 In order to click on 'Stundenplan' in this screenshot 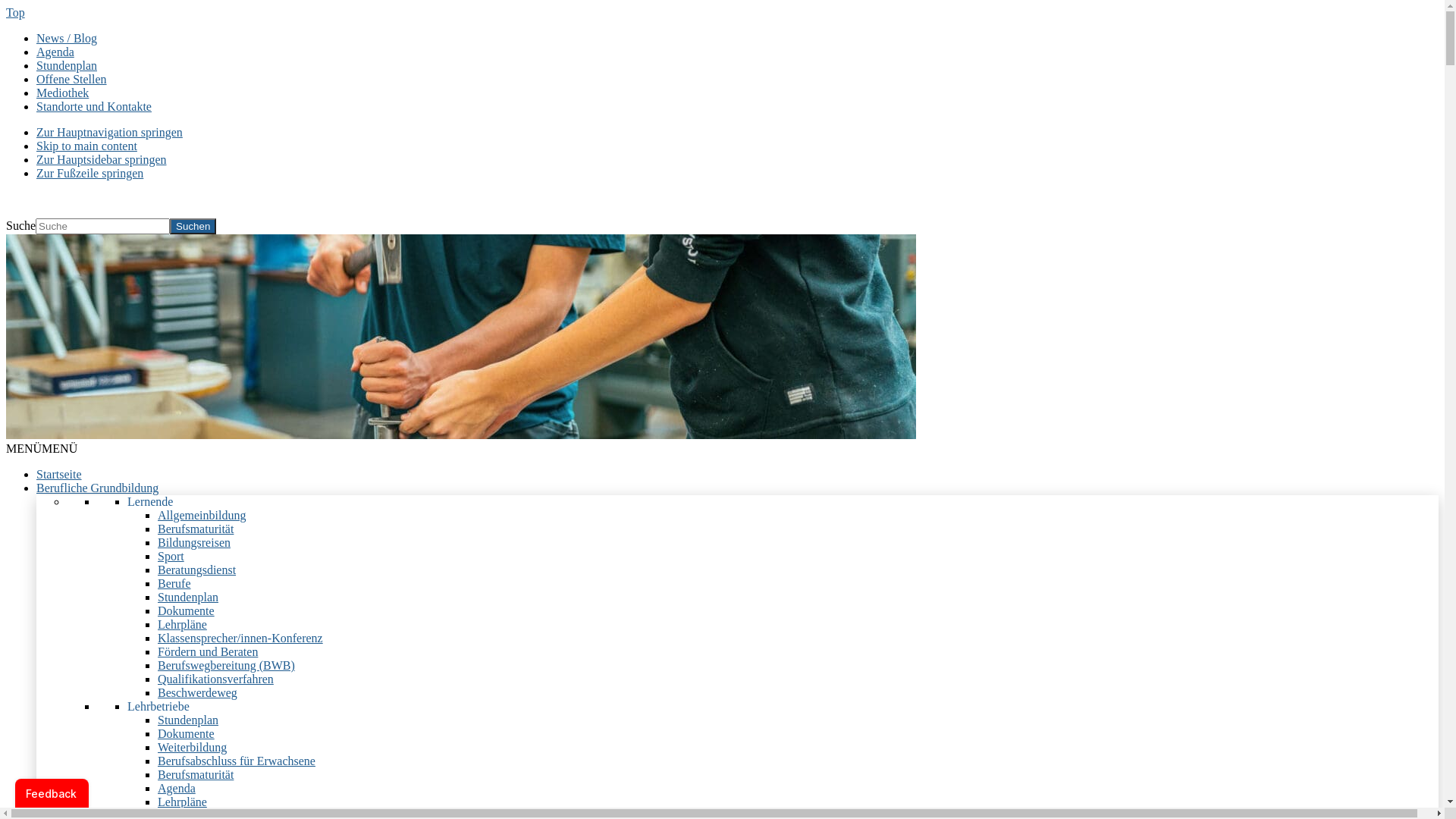, I will do `click(65, 64)`.